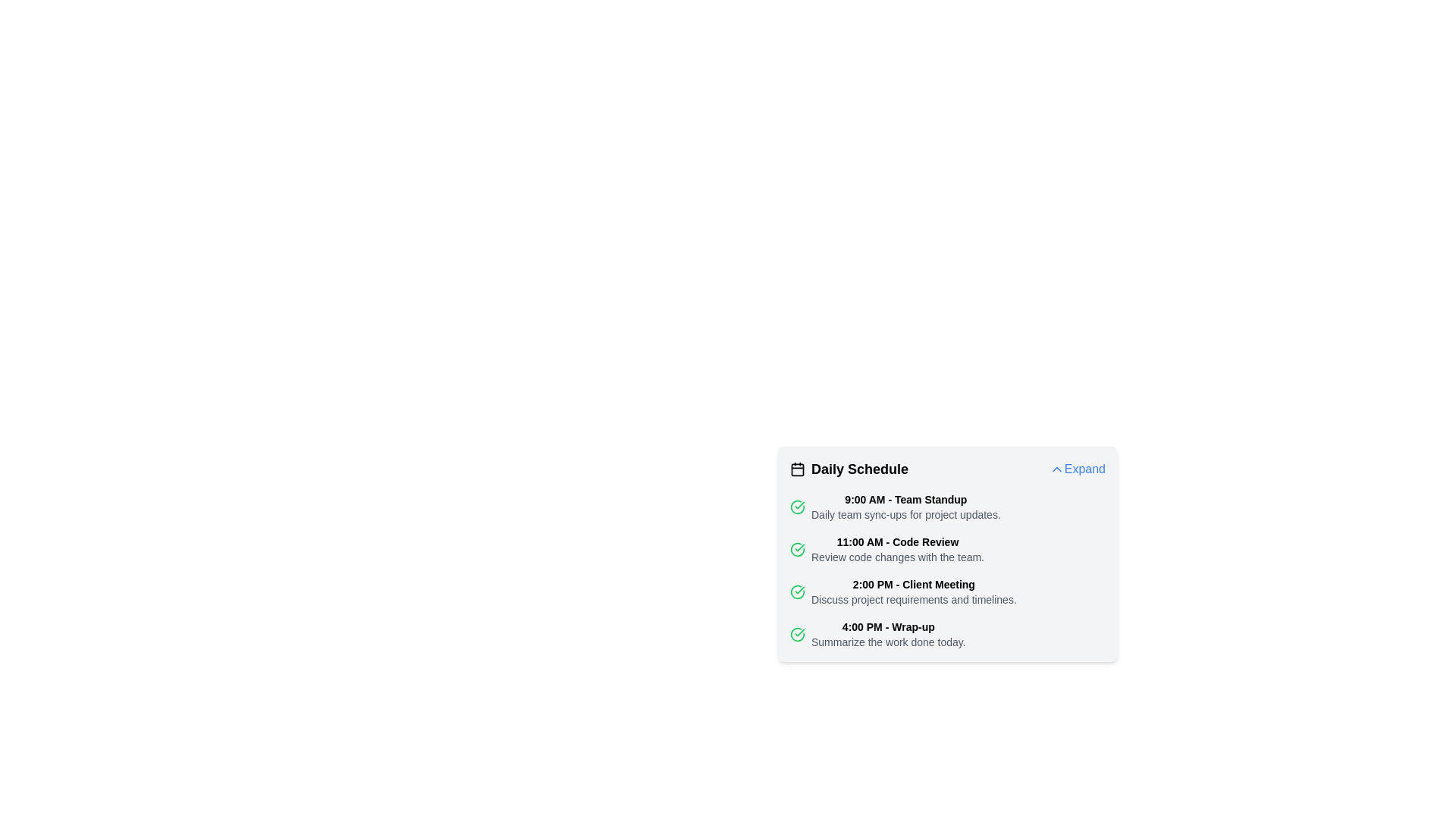  What do you see at coordinates (796, 550) in the screenshot?
I see `text '11:00 AM - Code Review' associated with the circular icon that has a green border and a checkmark inside, positioned to the left of the text` at bounding box center [796, 550].